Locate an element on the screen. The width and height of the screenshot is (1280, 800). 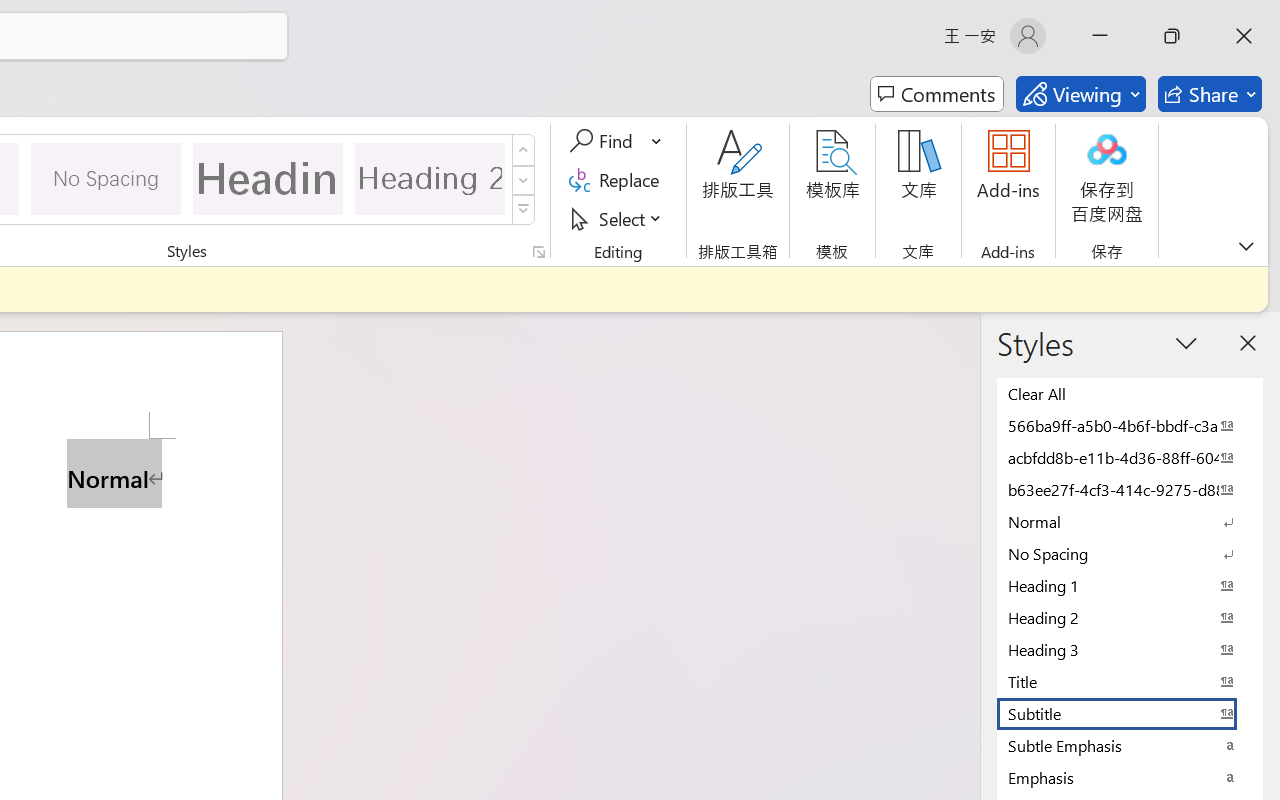
'Title' is located at coordinates (1130, 681).